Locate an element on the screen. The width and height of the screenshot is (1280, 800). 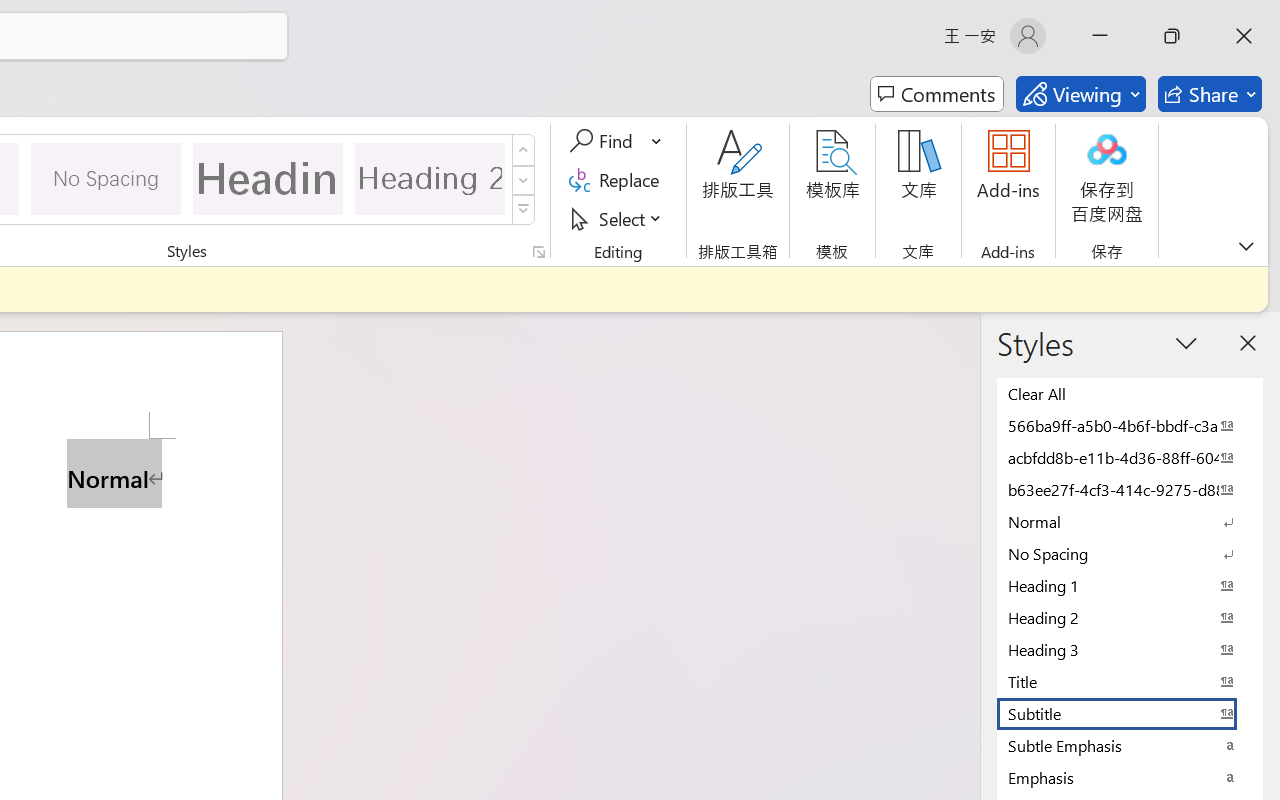
'Title' is located at coordinates (1130, 681).